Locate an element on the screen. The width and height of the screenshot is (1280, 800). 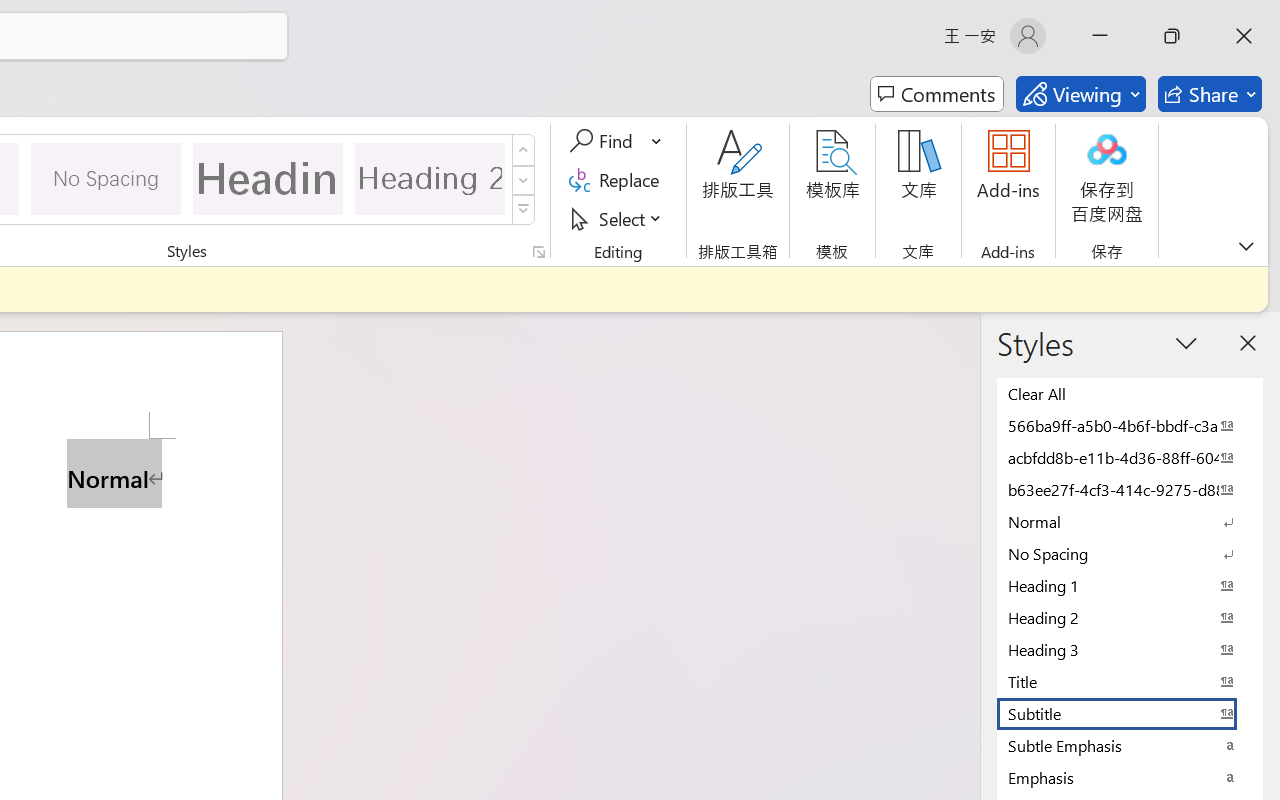
'Title' is located at coordinates (1130, 681).